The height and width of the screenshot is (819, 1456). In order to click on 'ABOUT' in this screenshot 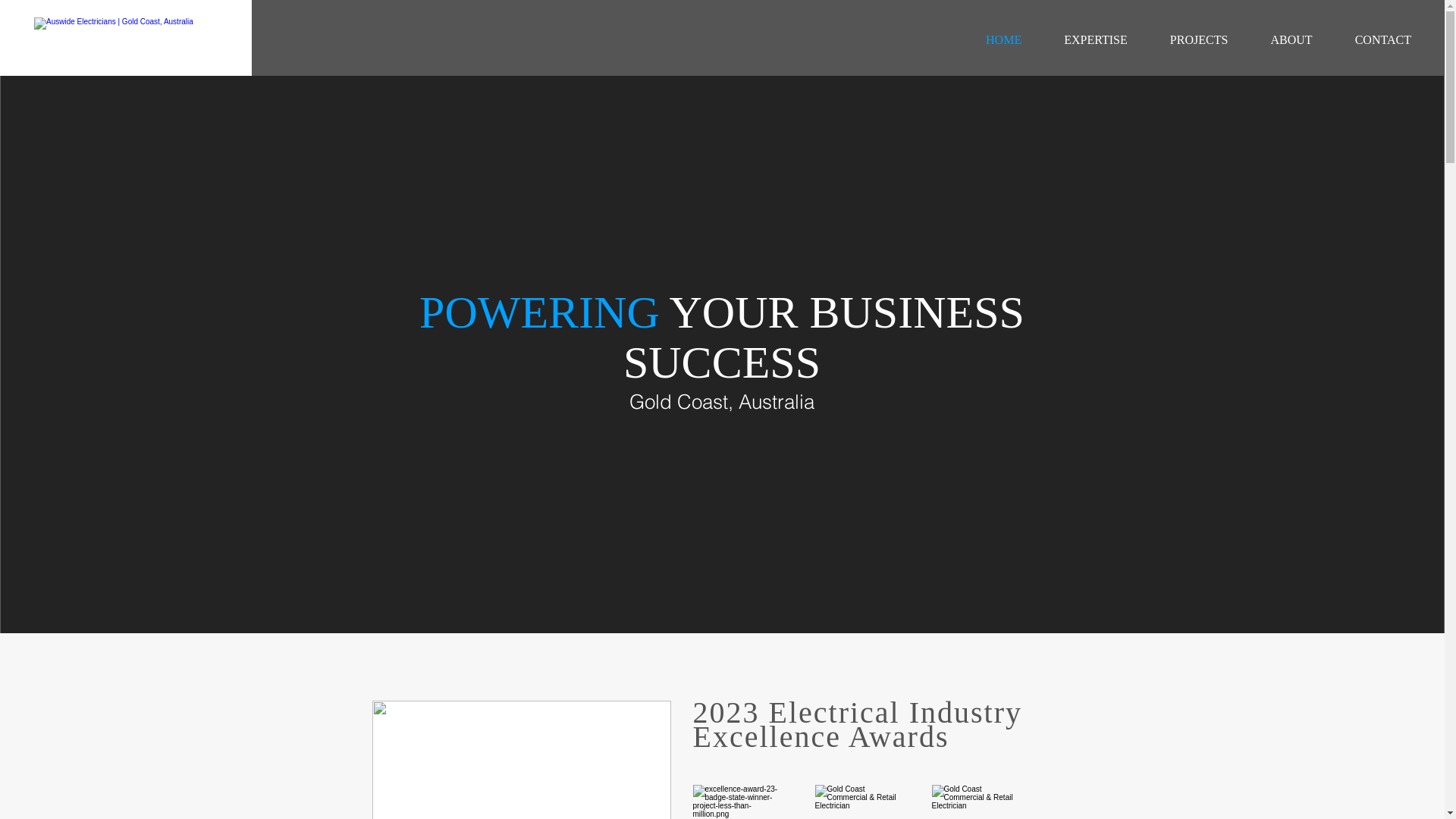, I will do `click(1290, 39)`.